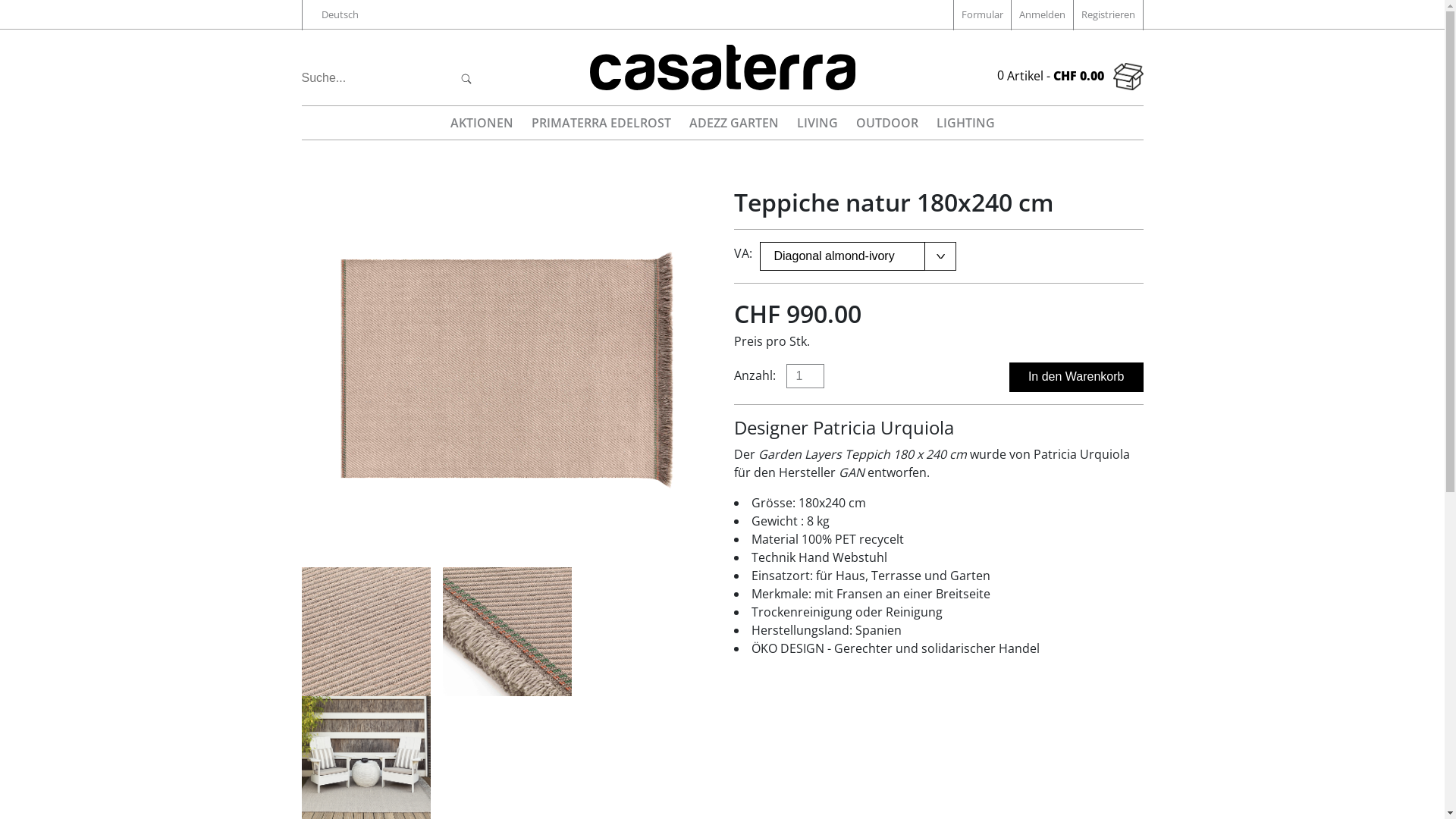  What do you see at coordinates (886, 122) in the screenshot?
I see `'OUTDOOR'` at bounding box center [886, 122].